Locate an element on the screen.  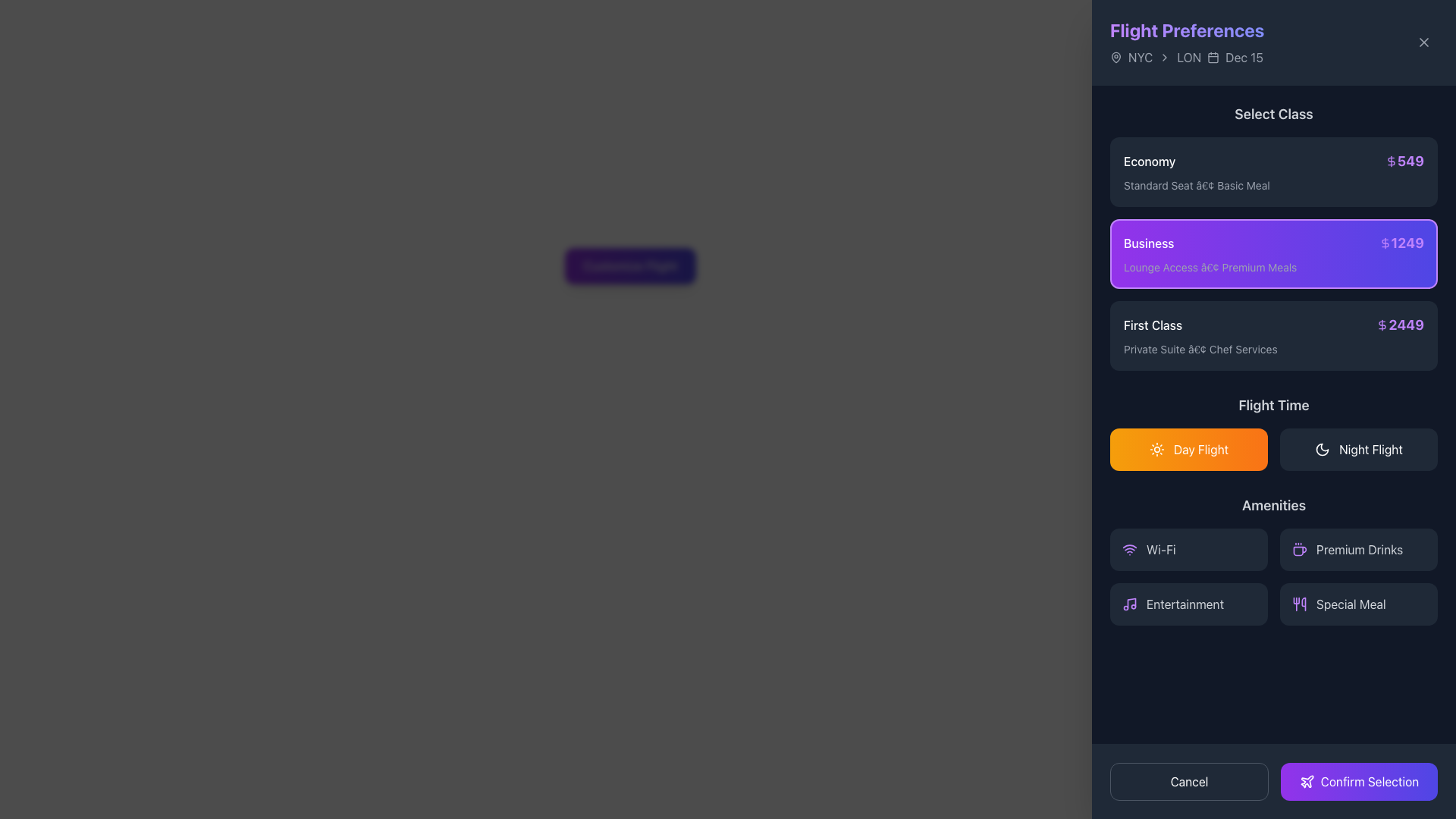
displayed text from the 'Business' label, which is styled in a medium-weight font and located in the 'Select Class' section, positioned near the top of the right-hand panel is located at coordinates (1149, 242).